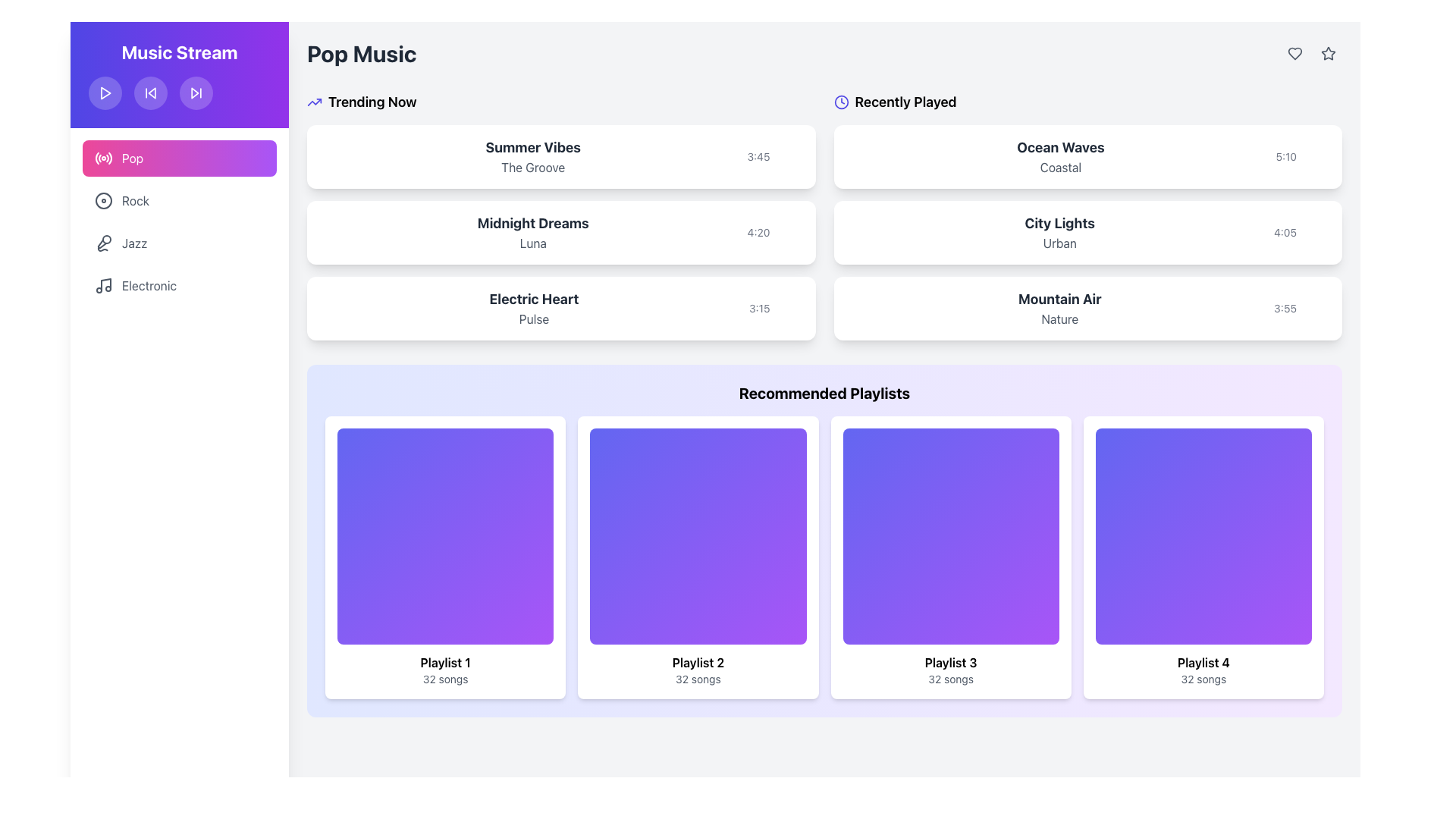 This screenshot has height=819, width=1456. What do you see at coordinates (759, 308) in the screenshot?
I see `duration label for the 'Electric Heart' song located in the right-side group of the 'Trending Now' section, adjacent to a circular button and an icon` at bounding box center [759, 308].